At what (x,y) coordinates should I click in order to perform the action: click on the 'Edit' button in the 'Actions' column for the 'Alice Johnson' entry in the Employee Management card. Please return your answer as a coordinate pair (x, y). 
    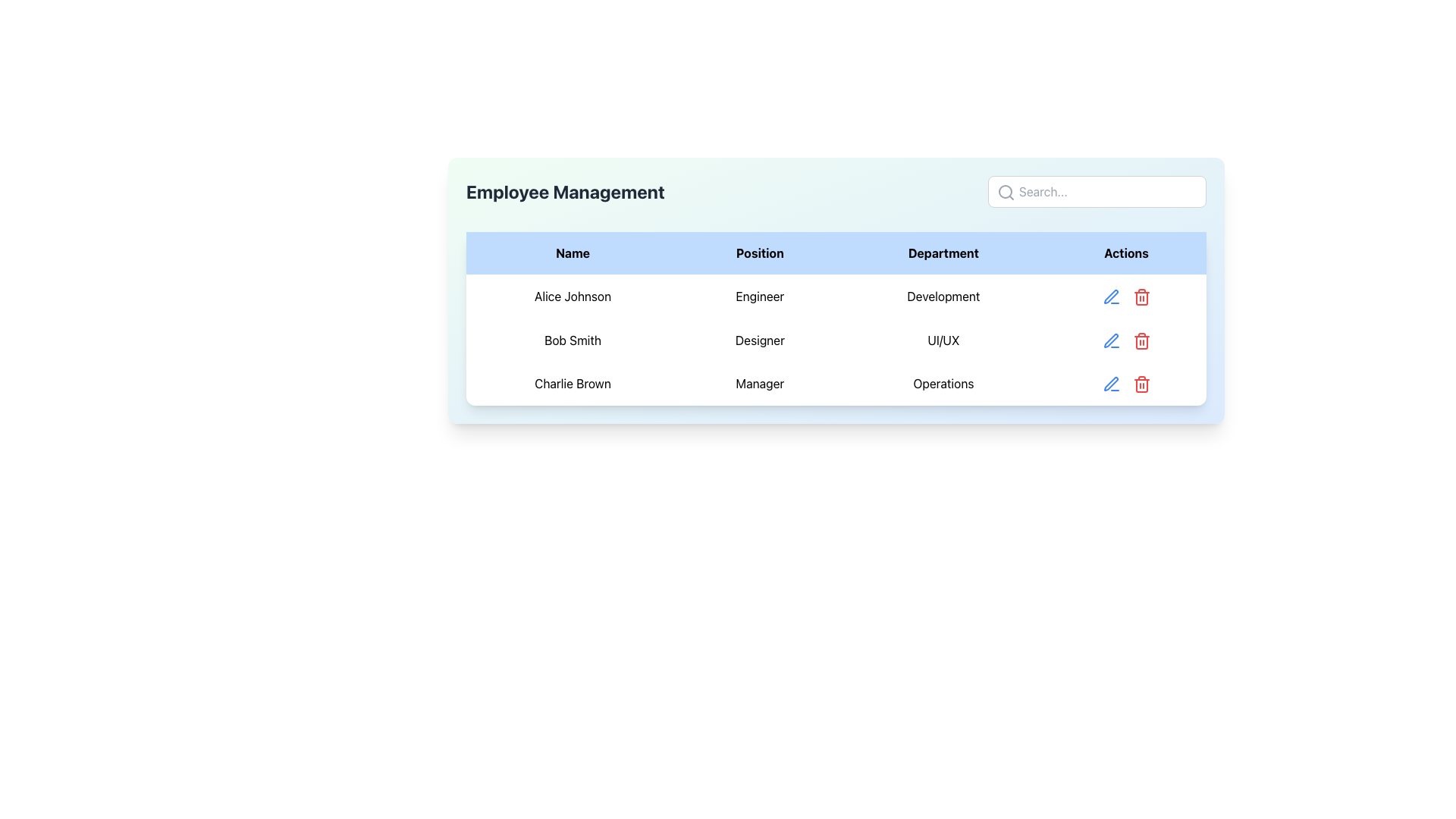
    Looking at the image, I should click on (1111, 296).